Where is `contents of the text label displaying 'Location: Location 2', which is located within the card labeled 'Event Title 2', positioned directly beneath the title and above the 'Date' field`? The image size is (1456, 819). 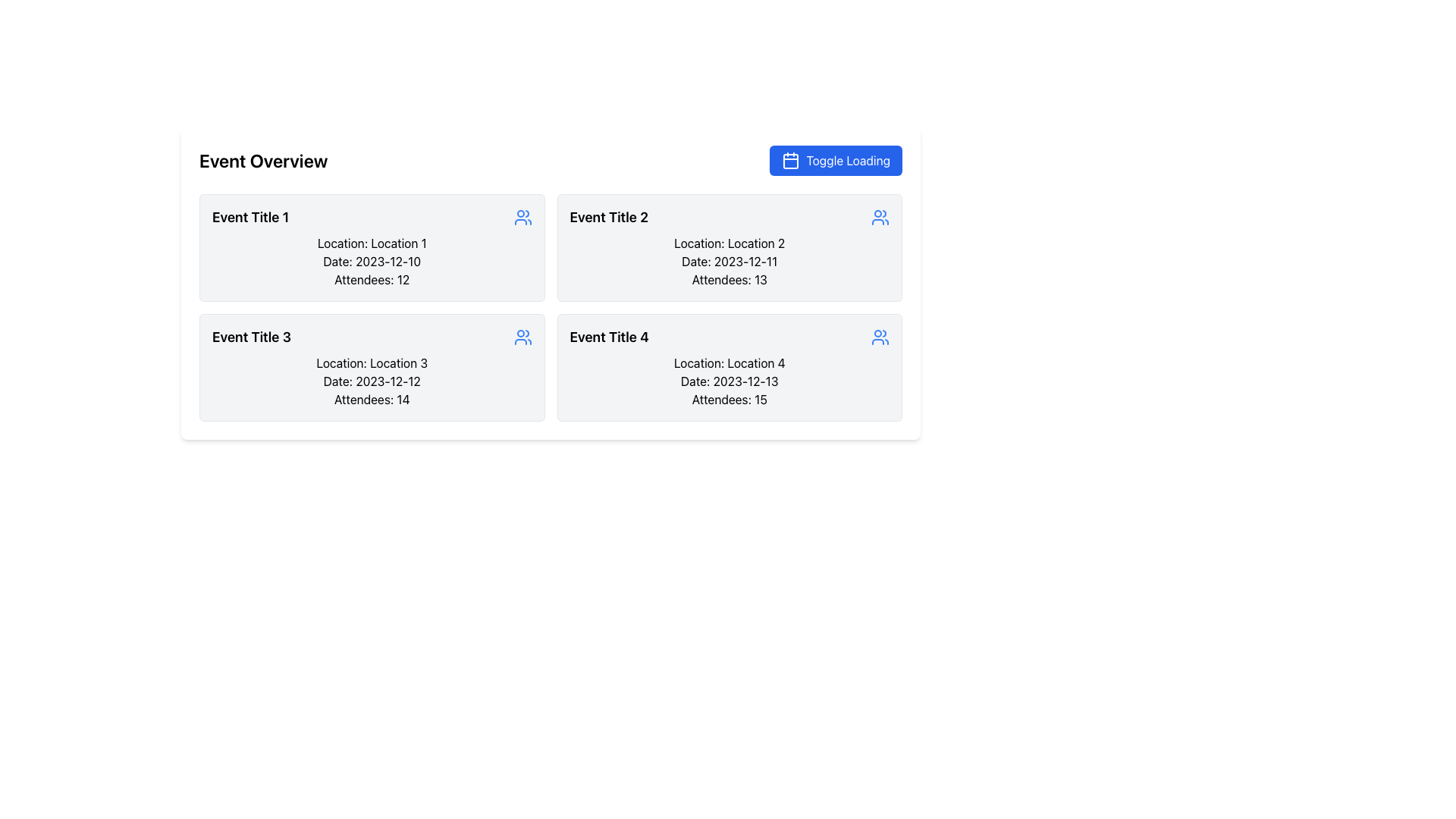 contents of the text label displaying 'Location: Location 2', which is located within the card labeled 'Event Title 2', positioned directly beneath the title and above the 'Date' field is located at coordinates (730, 242).